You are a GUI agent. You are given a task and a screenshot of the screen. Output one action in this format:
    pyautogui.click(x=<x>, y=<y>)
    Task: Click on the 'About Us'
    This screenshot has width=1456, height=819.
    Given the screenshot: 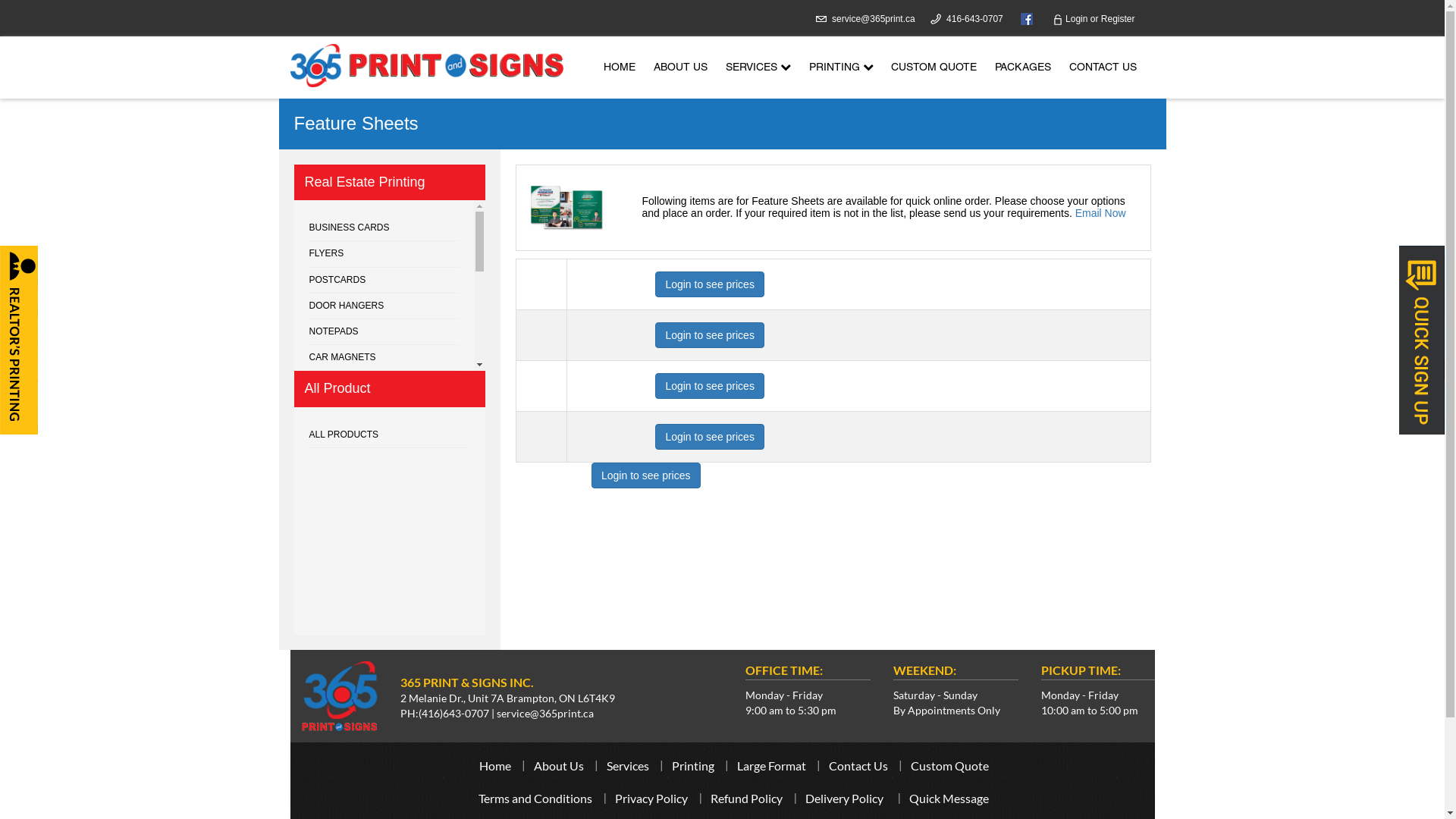 What is the action you would take?
    pyautogui.click(x=534, y=765)
    